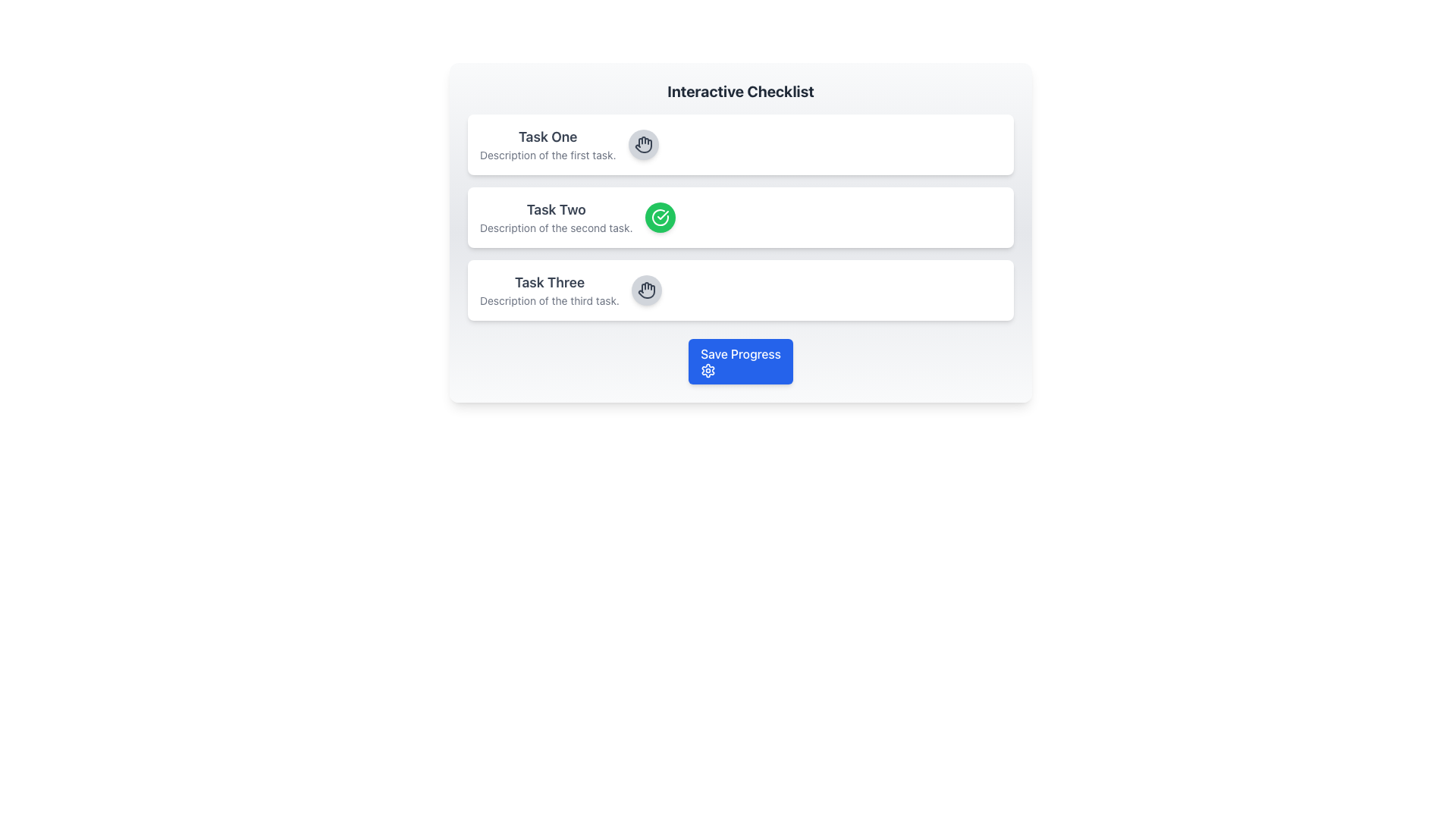 This screenshot has width=1456, height=819. Describe the element at coordinates (555, 227) in the screenshot. I see `the informational Text Label that describes 'Task Two', located below the 'Task Two' heading in the checklist` at that location.